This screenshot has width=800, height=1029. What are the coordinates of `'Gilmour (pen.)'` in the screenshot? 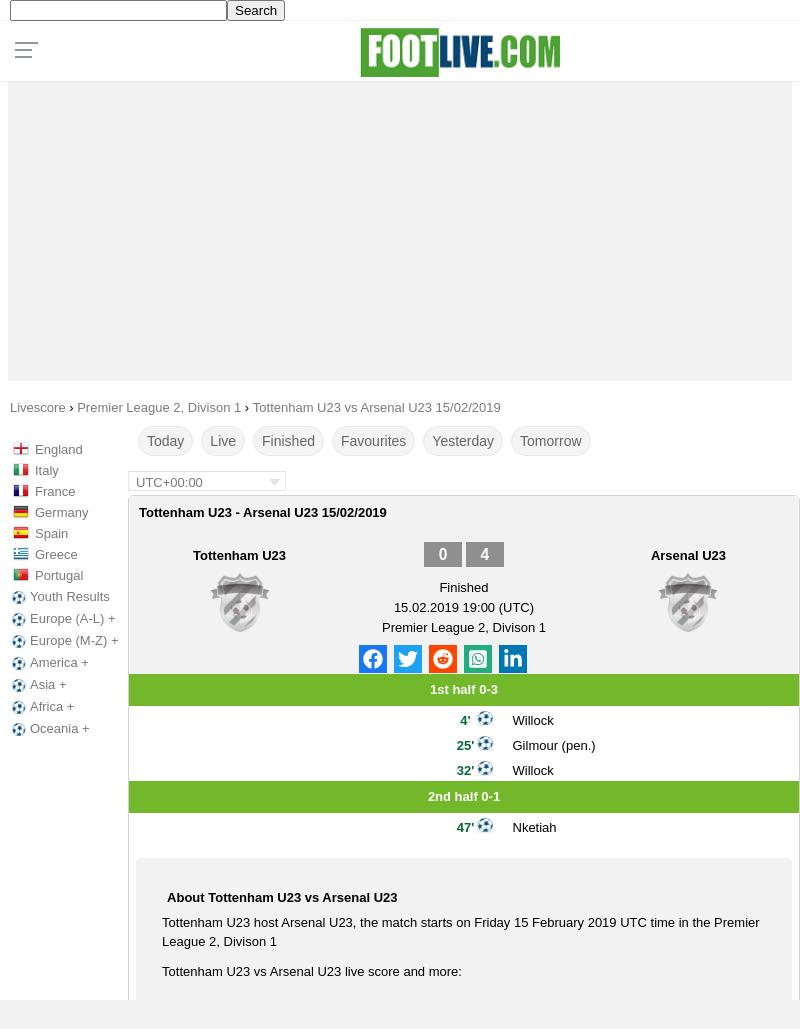 It's located at (553, 745).